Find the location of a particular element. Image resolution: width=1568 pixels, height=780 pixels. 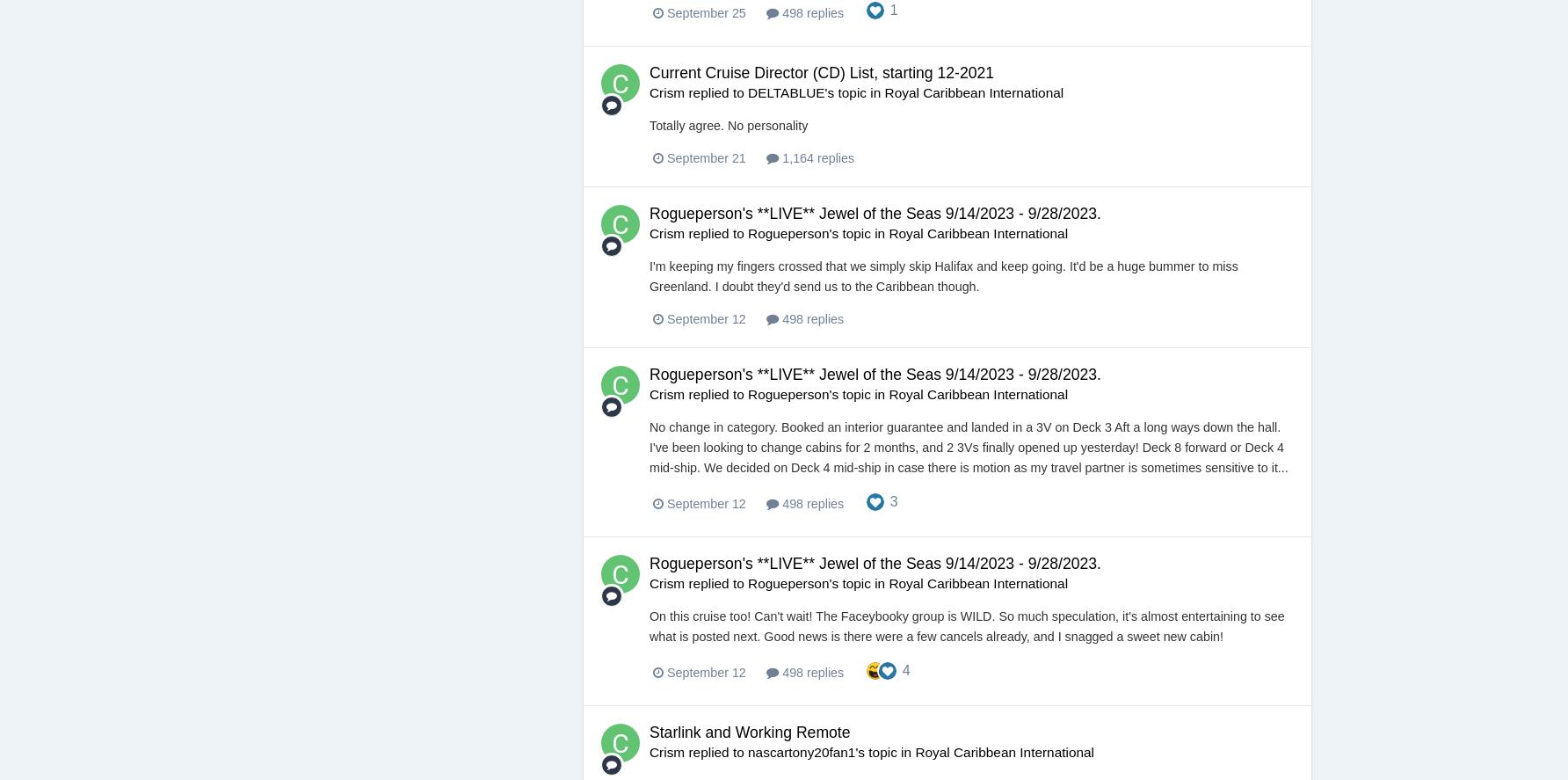

'On this cruise too! Can't wait! The Faceybooky group is WILD. So much speculation, it's almost entertaining to see what is posted next.
 


	 
 


	Good news is there were a few cancels already, and I snagged a sweet new cabin!' is located at coordinates (966, 625).